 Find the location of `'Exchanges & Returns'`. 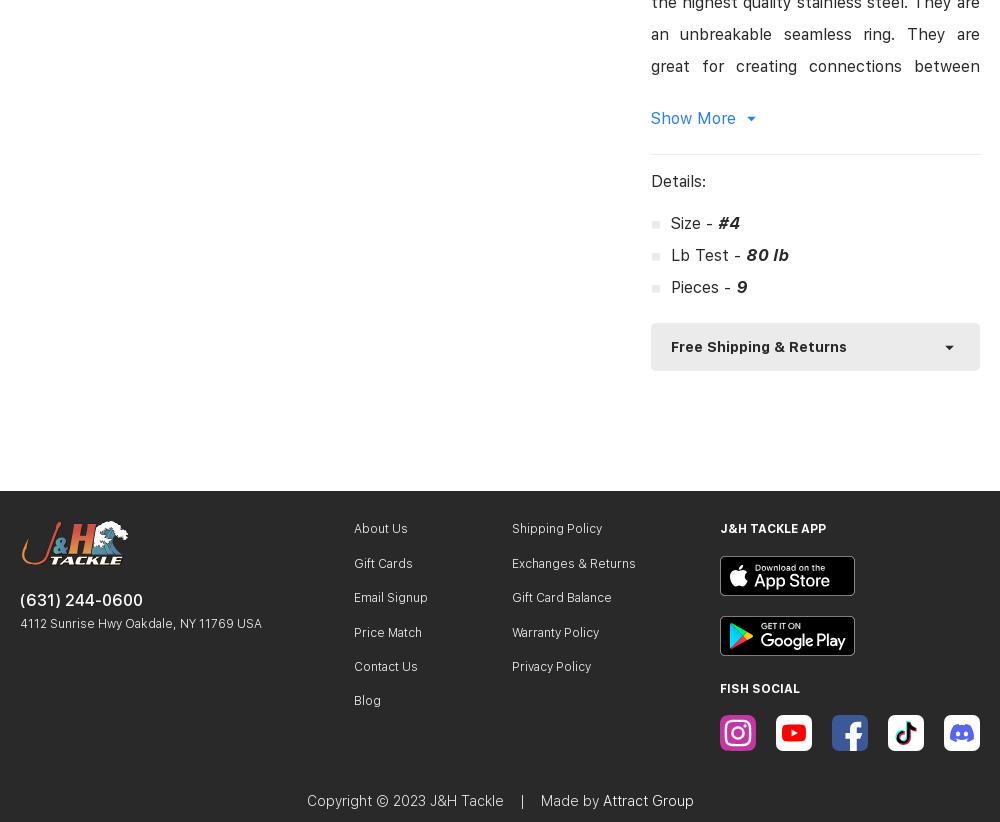

'Exchanges & Returns' is located at coordinates (573, 562).